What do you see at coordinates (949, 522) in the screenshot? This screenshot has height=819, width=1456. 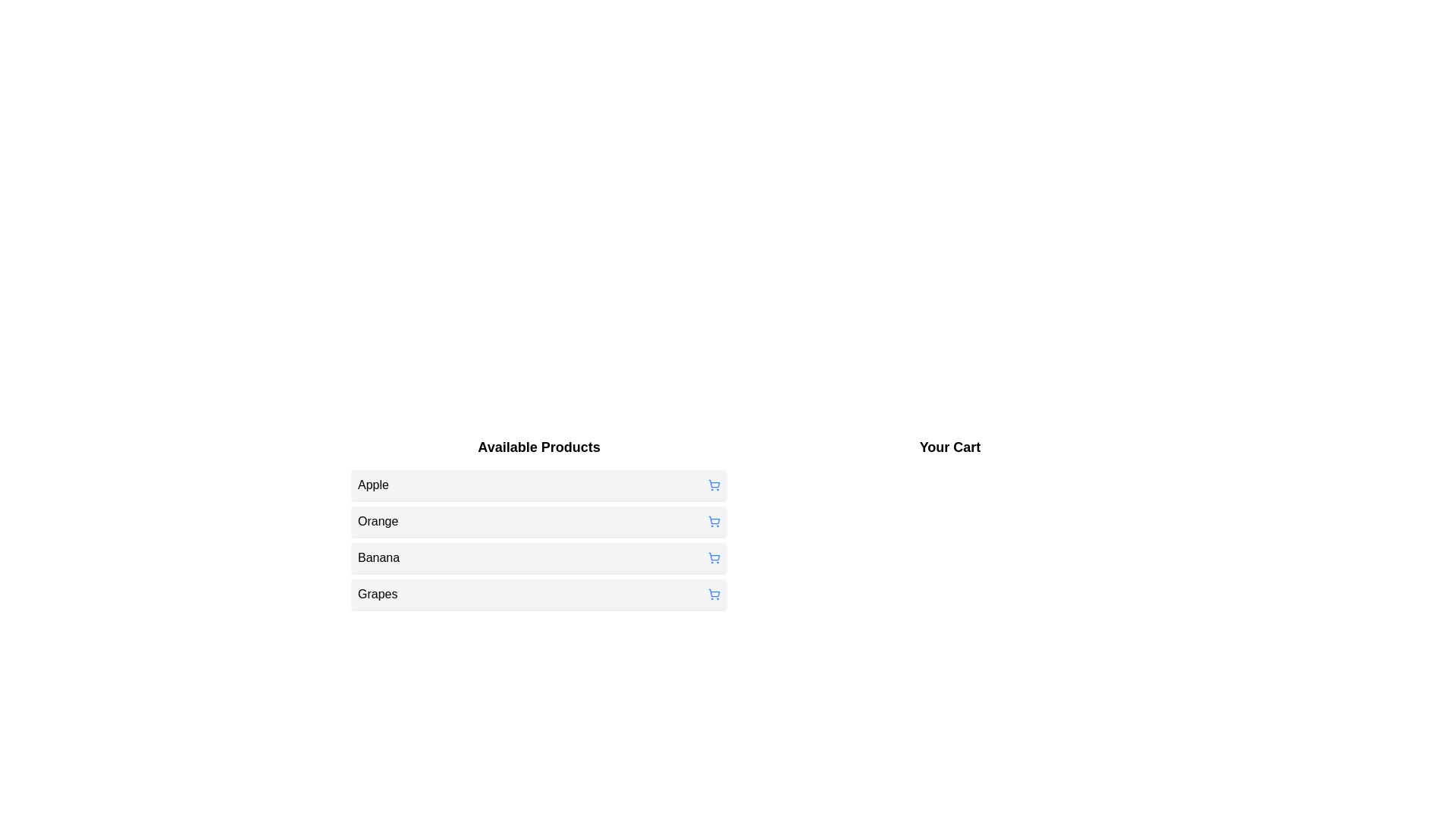 I see `the 'Your Cart' section to view the items currently in the cart` at bounding box center [949, 522].